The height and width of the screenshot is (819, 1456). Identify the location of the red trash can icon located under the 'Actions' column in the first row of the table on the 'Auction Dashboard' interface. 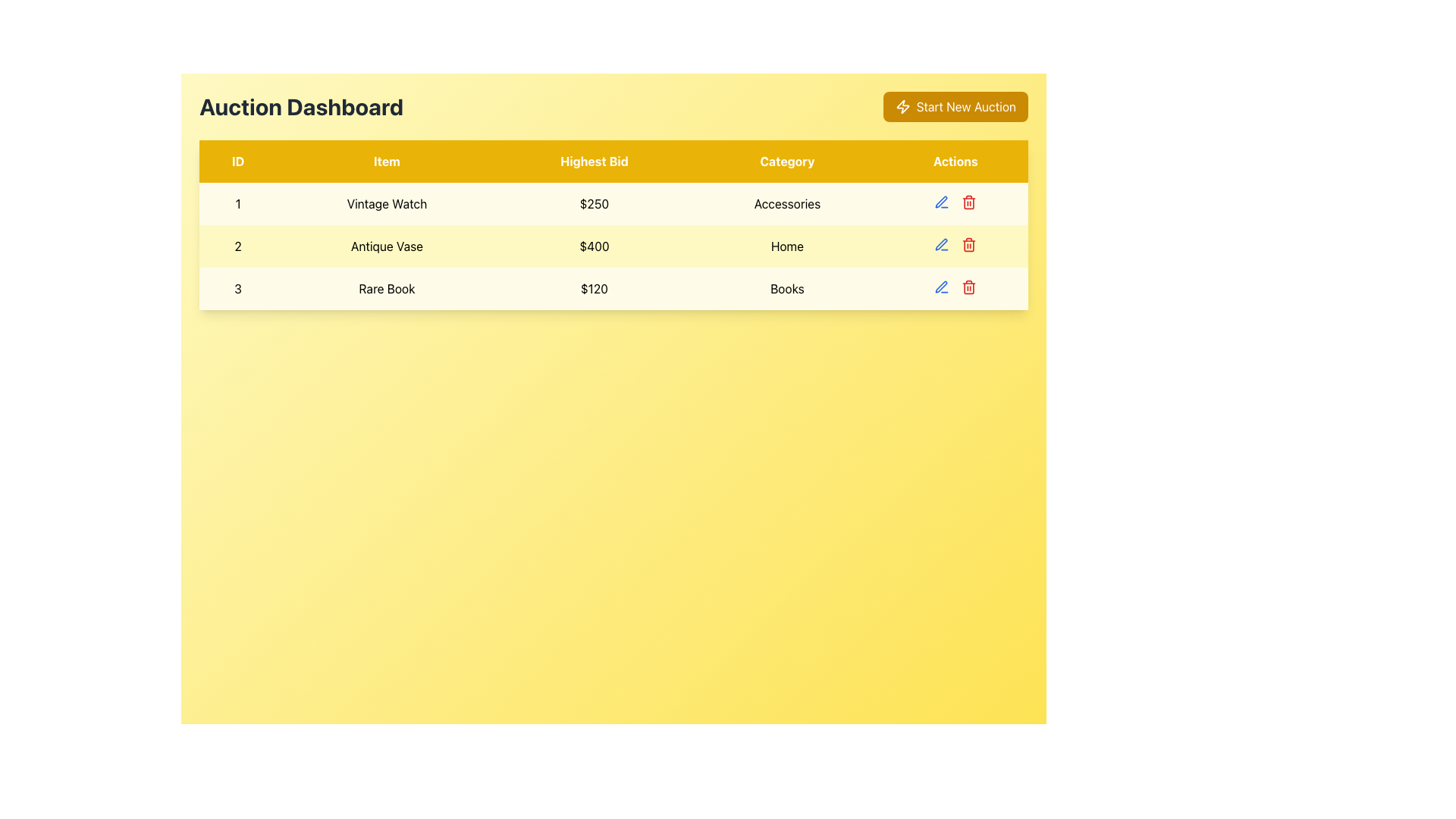
(968, 201).